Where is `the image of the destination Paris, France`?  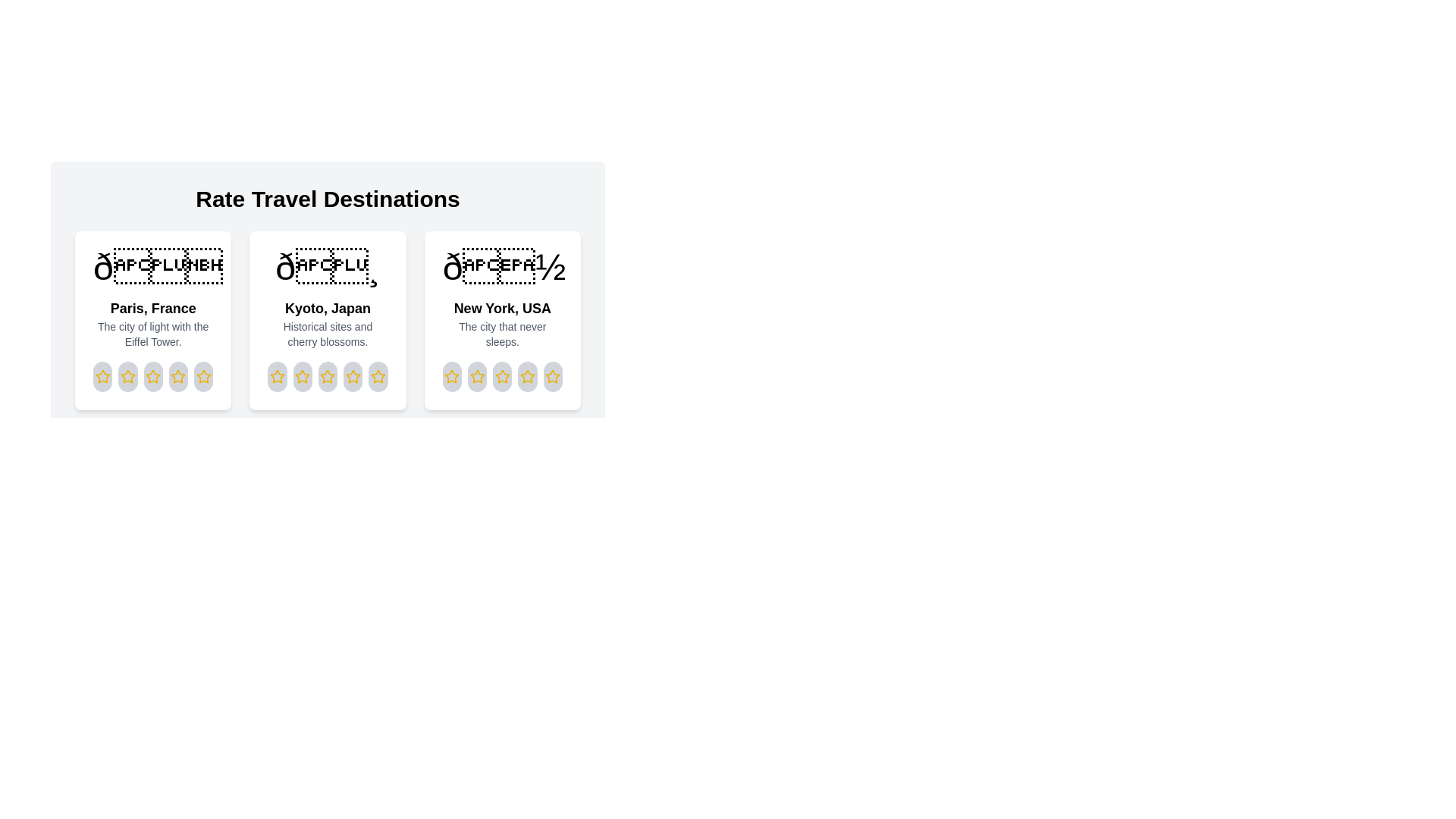
the image of the destination Paris, France is located at coordinates (152, 267).